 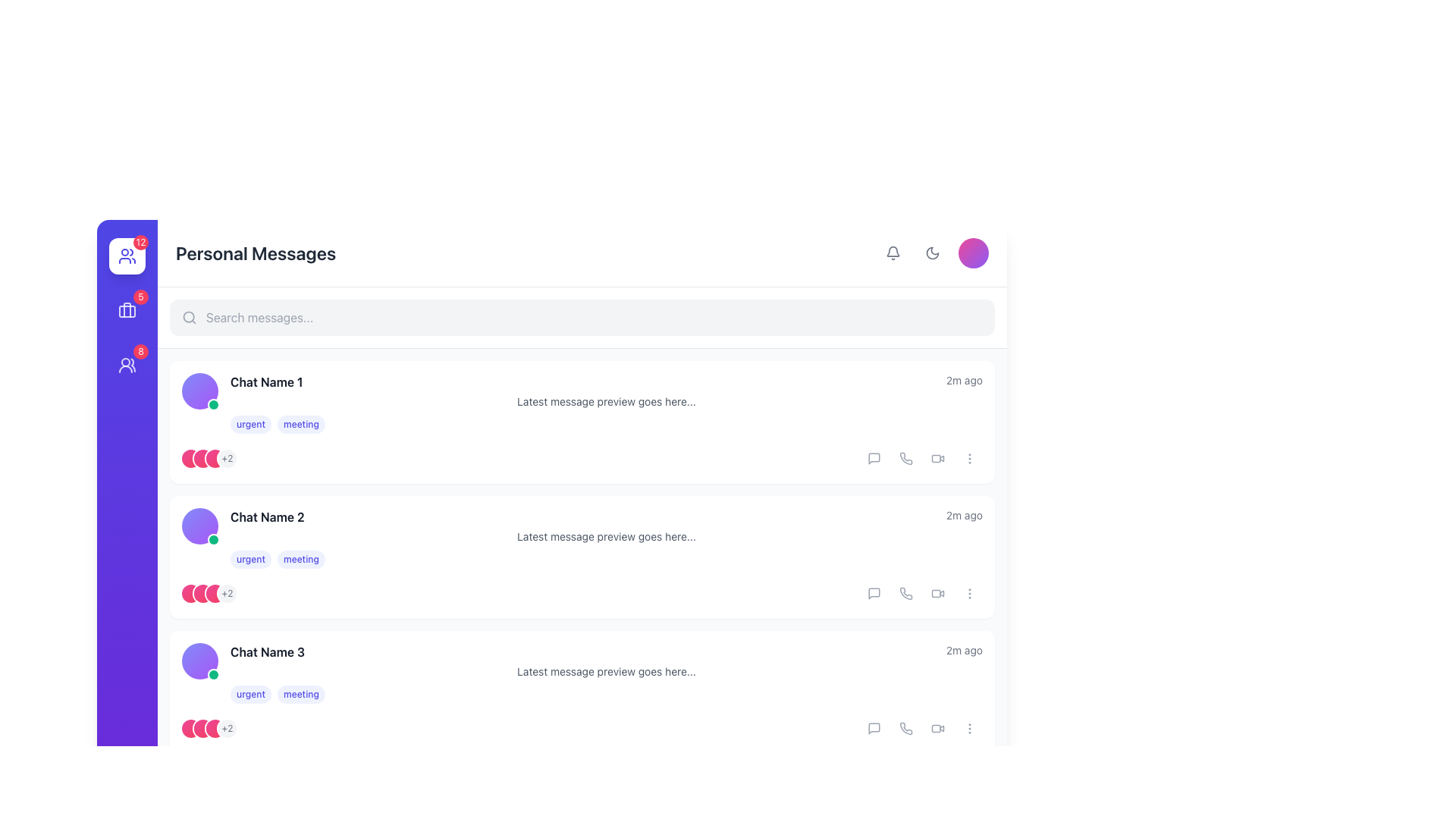 What do you see at coordinates (607, 651) in the screenshot?
I see `the text label displaying the name of a chat or conversation in the third entry of the 'Personal Messages' section` at bounding box center [607, 651].